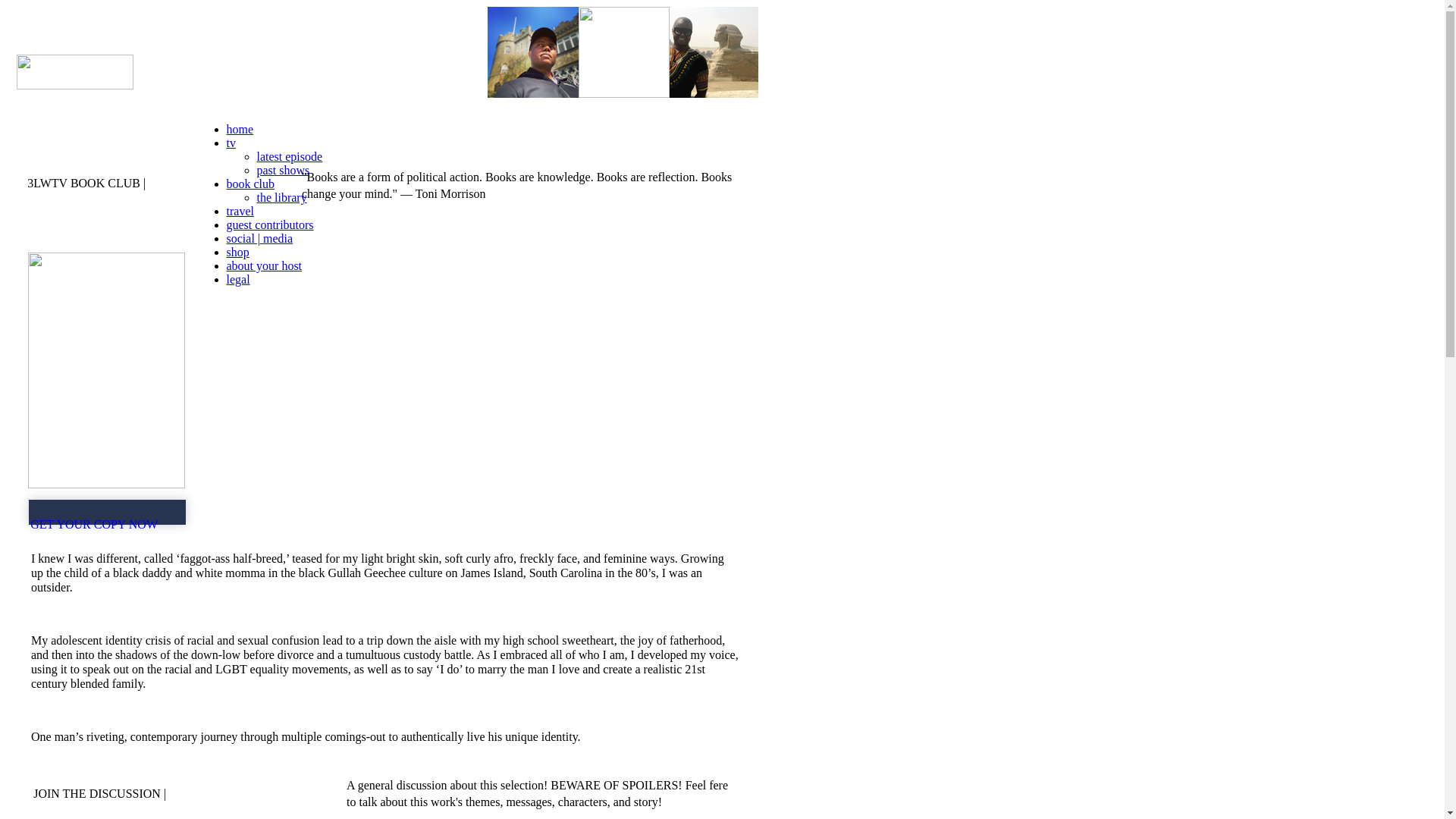 The image size is (1456, 819). What do you see at coordinates (224, 211) in the screenshot?
I see `'travel'` at bounding box center [224, 211].